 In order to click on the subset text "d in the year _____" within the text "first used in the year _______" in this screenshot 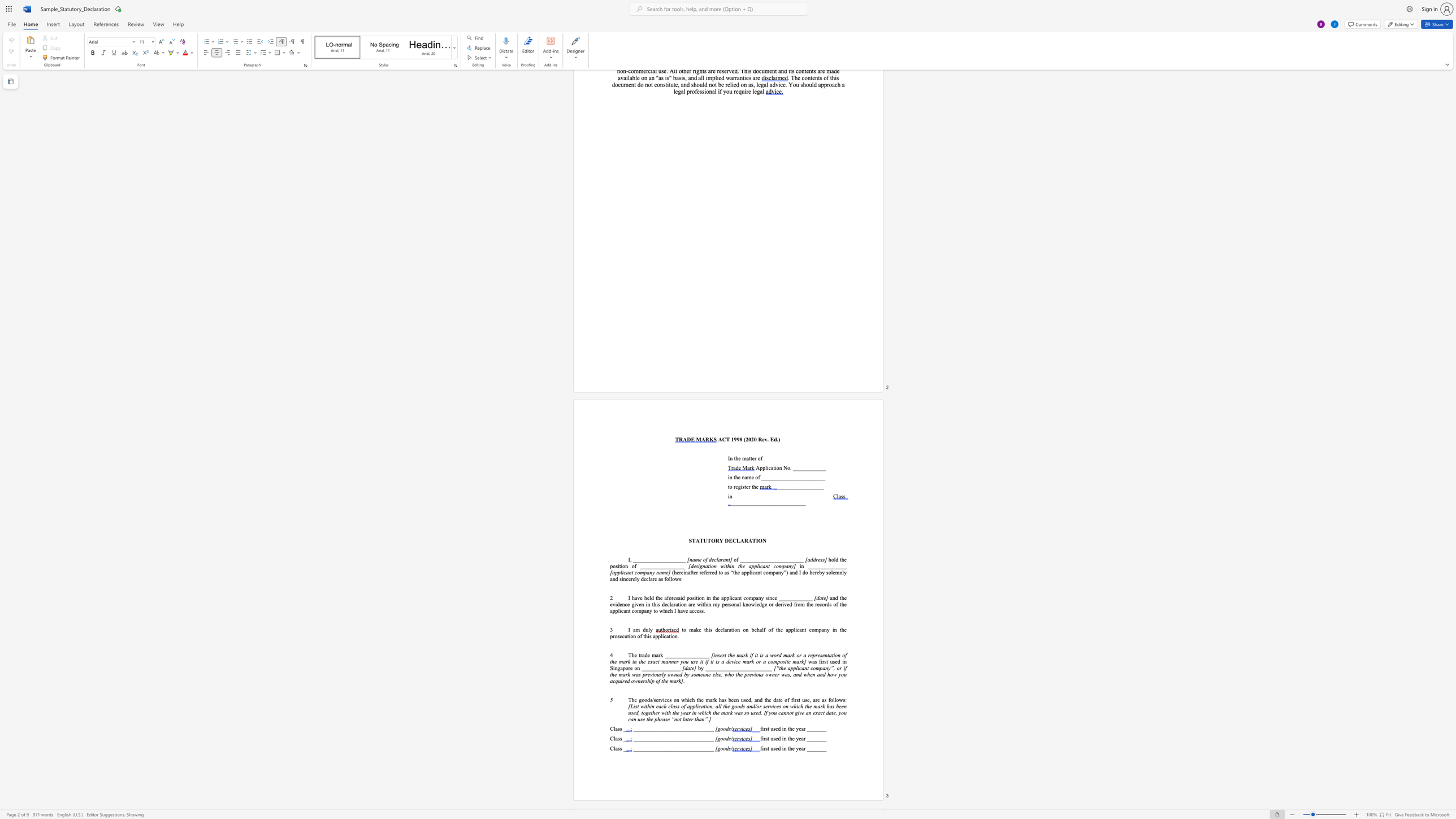, I will do `click(777, 738)`.